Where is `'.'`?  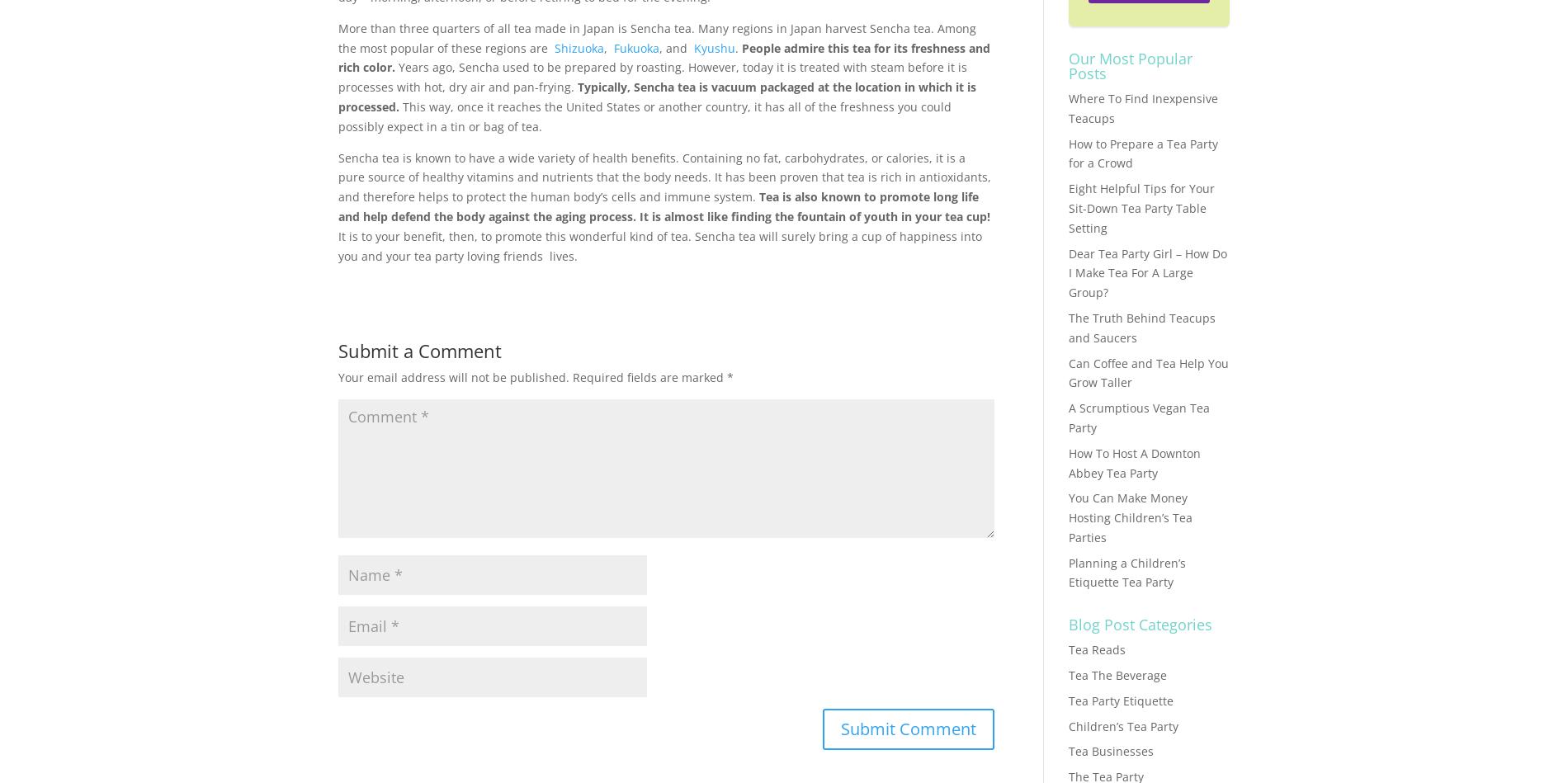
'.' is located at coordinates (738, 47).